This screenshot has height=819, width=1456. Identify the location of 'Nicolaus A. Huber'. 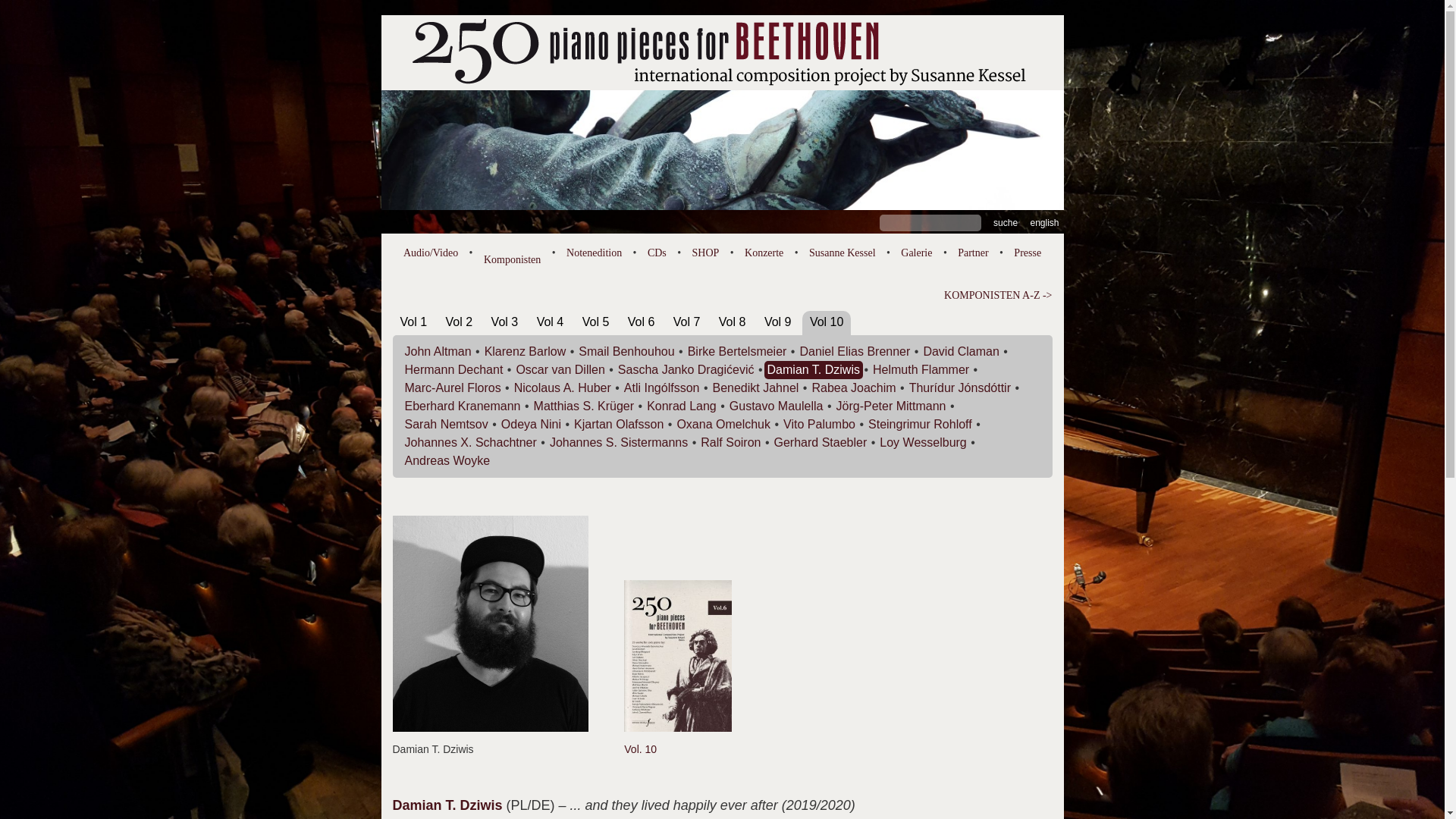
(513, 387).